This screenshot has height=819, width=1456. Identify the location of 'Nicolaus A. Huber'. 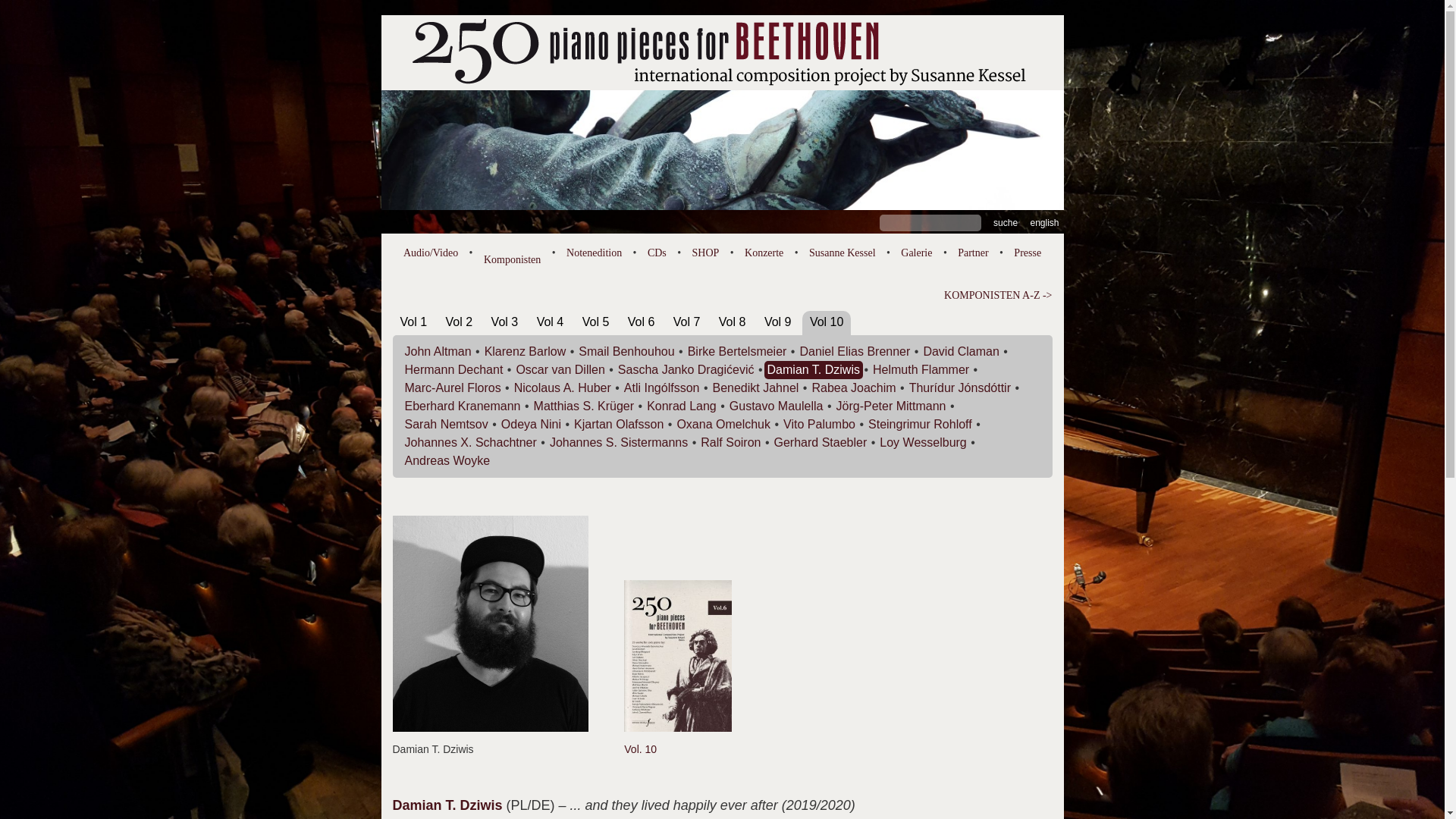
(513, 387).